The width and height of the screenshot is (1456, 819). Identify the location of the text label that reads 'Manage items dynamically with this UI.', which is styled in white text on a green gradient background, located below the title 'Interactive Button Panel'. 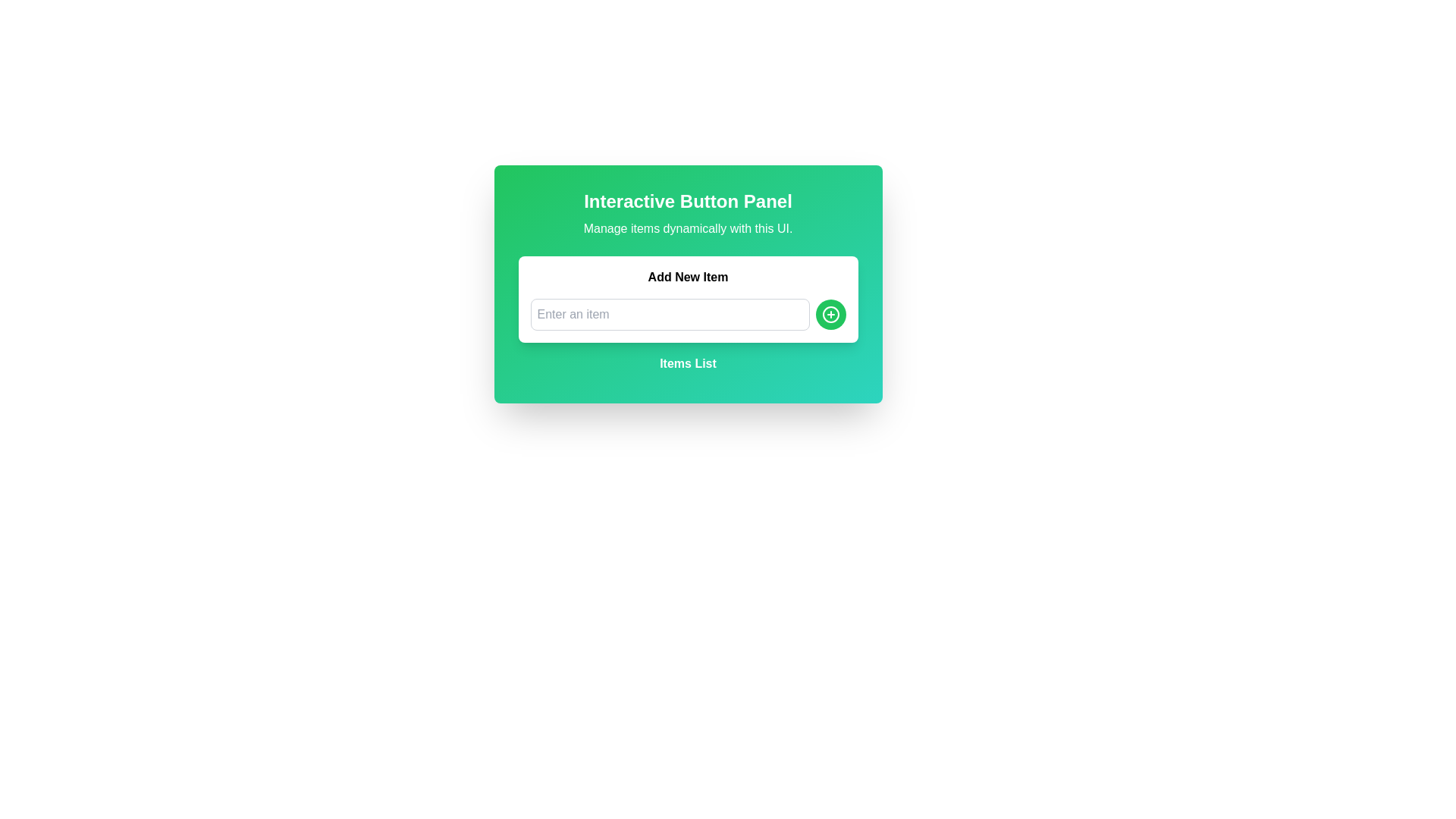
(687, 228).